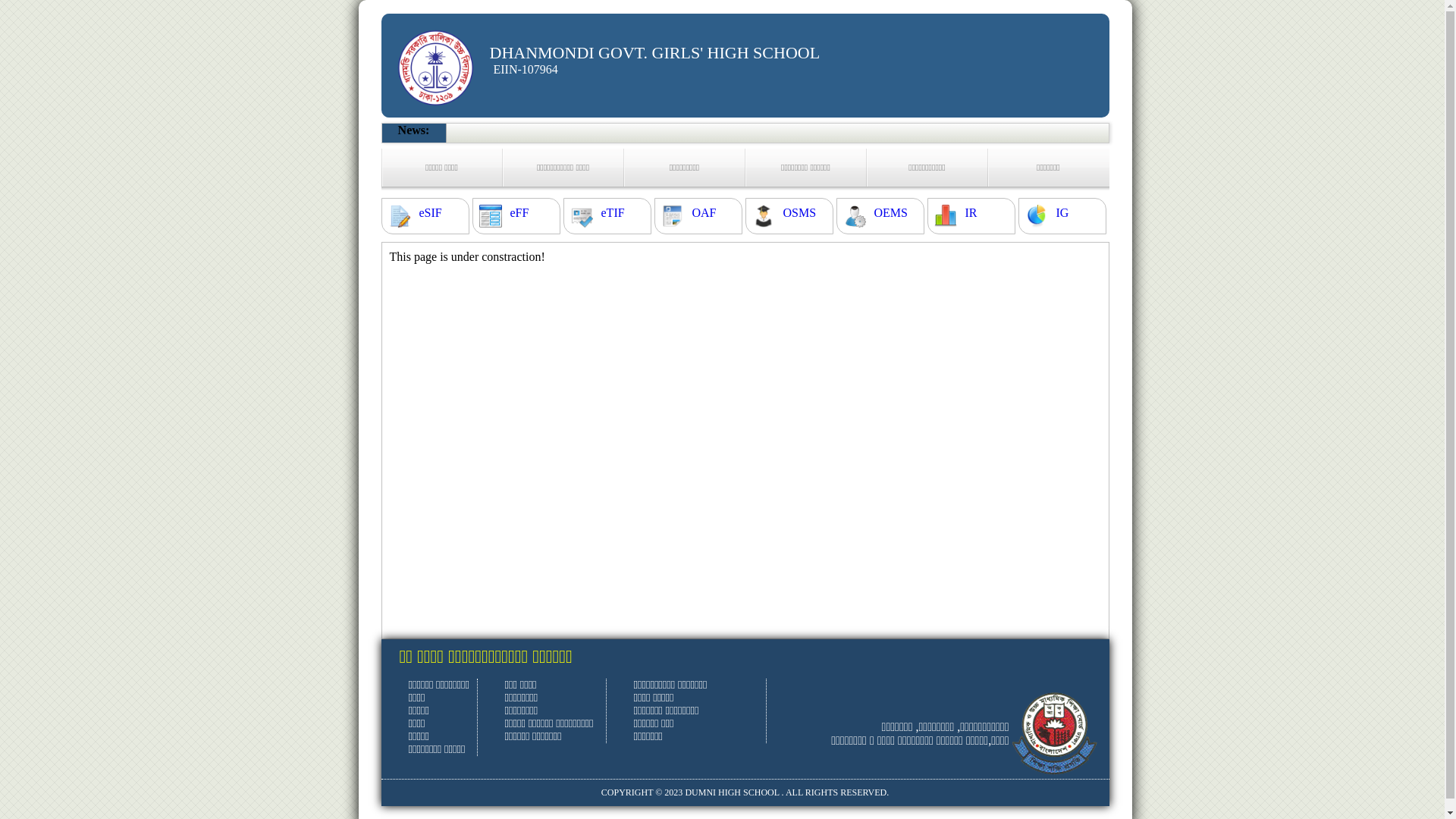  What do you see at coordinates (731, 792) in the screenshot?
I see `'DUMNI HIGH SCHOOL'` at bounding box center [731, 792].